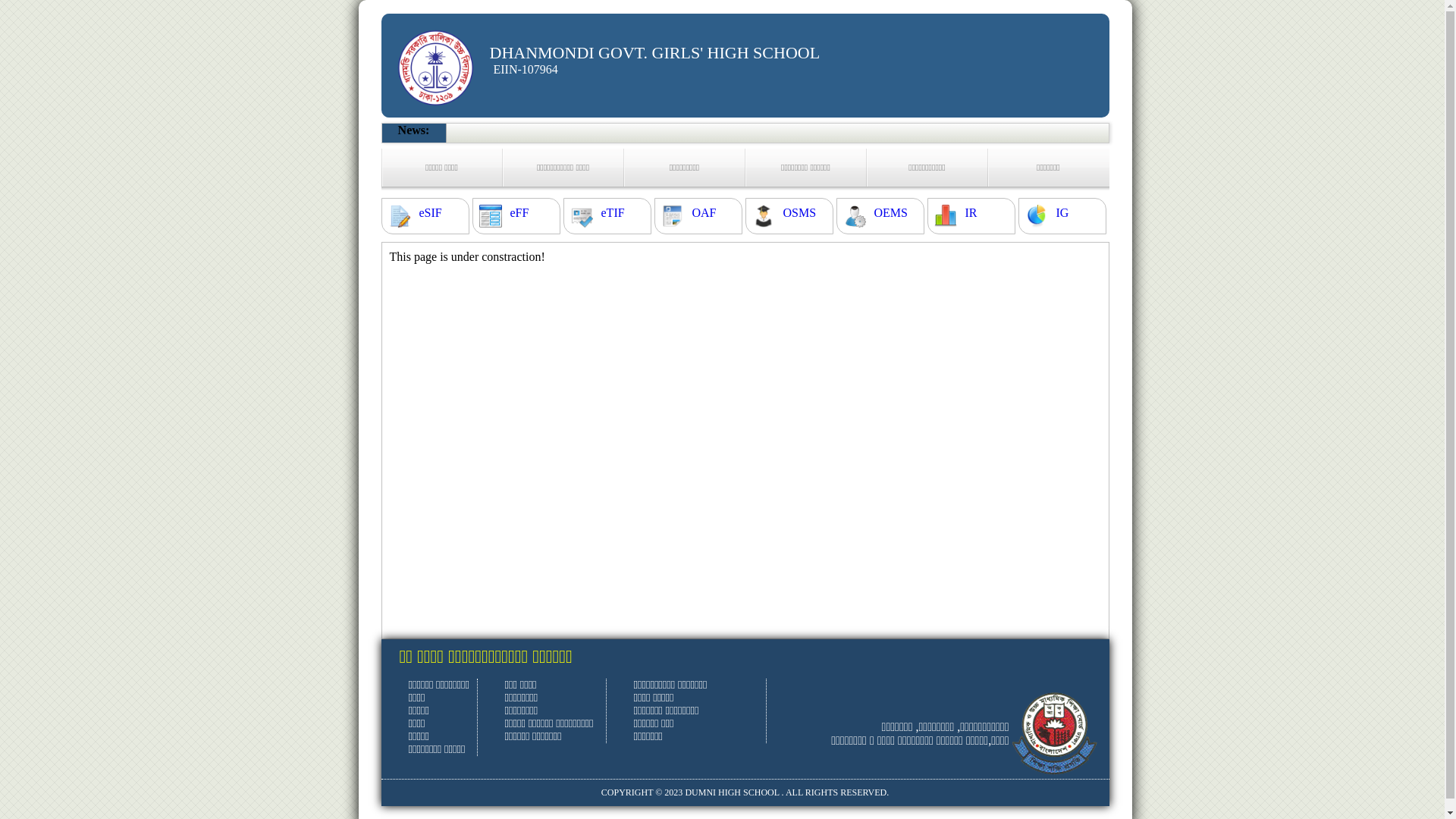  What do you see at coordinates (731, 792) in the screenshot?
I see `'DUMNI HIGH SCHOOL'` at bounding box center [731, 792].